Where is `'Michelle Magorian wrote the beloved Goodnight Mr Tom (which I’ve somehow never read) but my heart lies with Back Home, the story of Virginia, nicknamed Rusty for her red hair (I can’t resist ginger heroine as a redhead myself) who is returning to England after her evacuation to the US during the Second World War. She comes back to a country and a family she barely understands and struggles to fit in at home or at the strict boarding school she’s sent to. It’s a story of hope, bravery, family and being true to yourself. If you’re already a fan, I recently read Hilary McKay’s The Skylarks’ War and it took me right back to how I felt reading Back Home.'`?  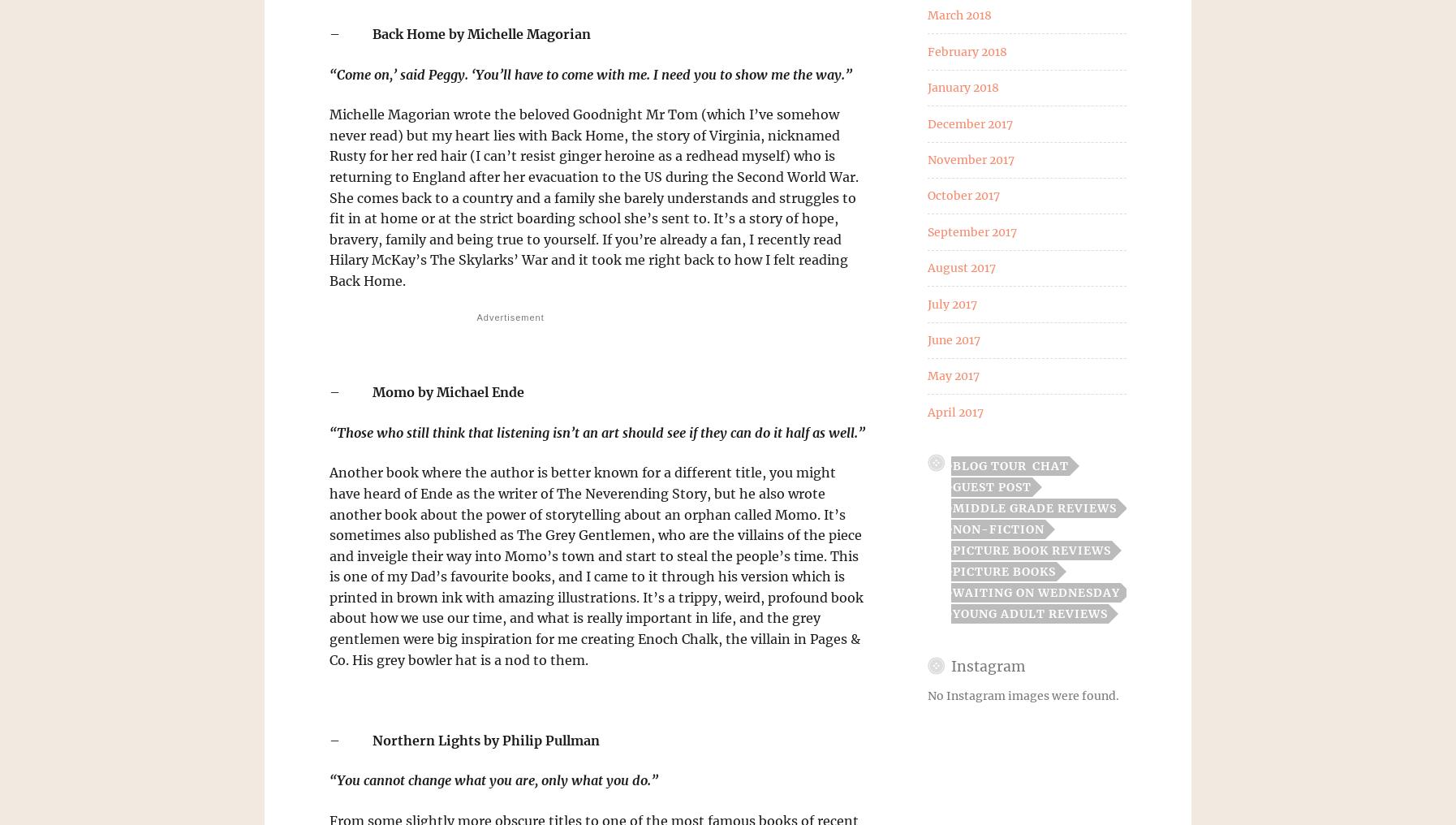
'Michelle Magorian wrote the beloved Goodnight Mr Tom (which I’ve somehow never read) but my heart lies with Back Home, the story of Virginia, nicknamed Rusty for her red hair (I can’t resist ginger heroine as a redhead myself) who is returning to England after her evacuation to the US during the Second World War. She comes back to a country and a family she barely understands and struggles to fit in at home or at the strict boarding school she’s sent to. It’s a story of hope, bravery, family and being true to yourself. If you’re already a fan, I recently read Hilary McKay’s The Skylarks’ War and it took me right back to how I felt reading Back Home.' is located at coordinates (593, 197).